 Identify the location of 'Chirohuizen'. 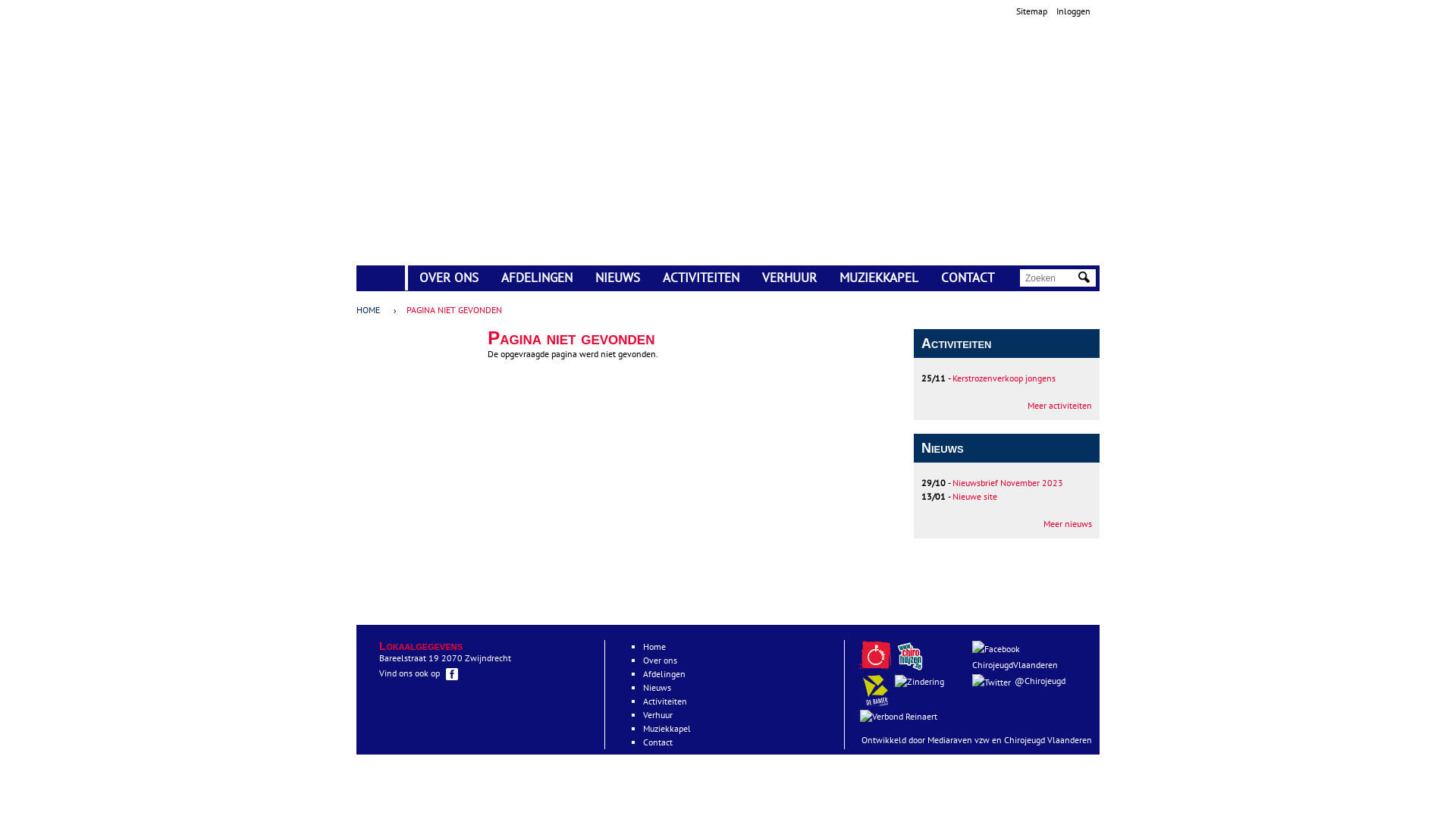
(910, 654).